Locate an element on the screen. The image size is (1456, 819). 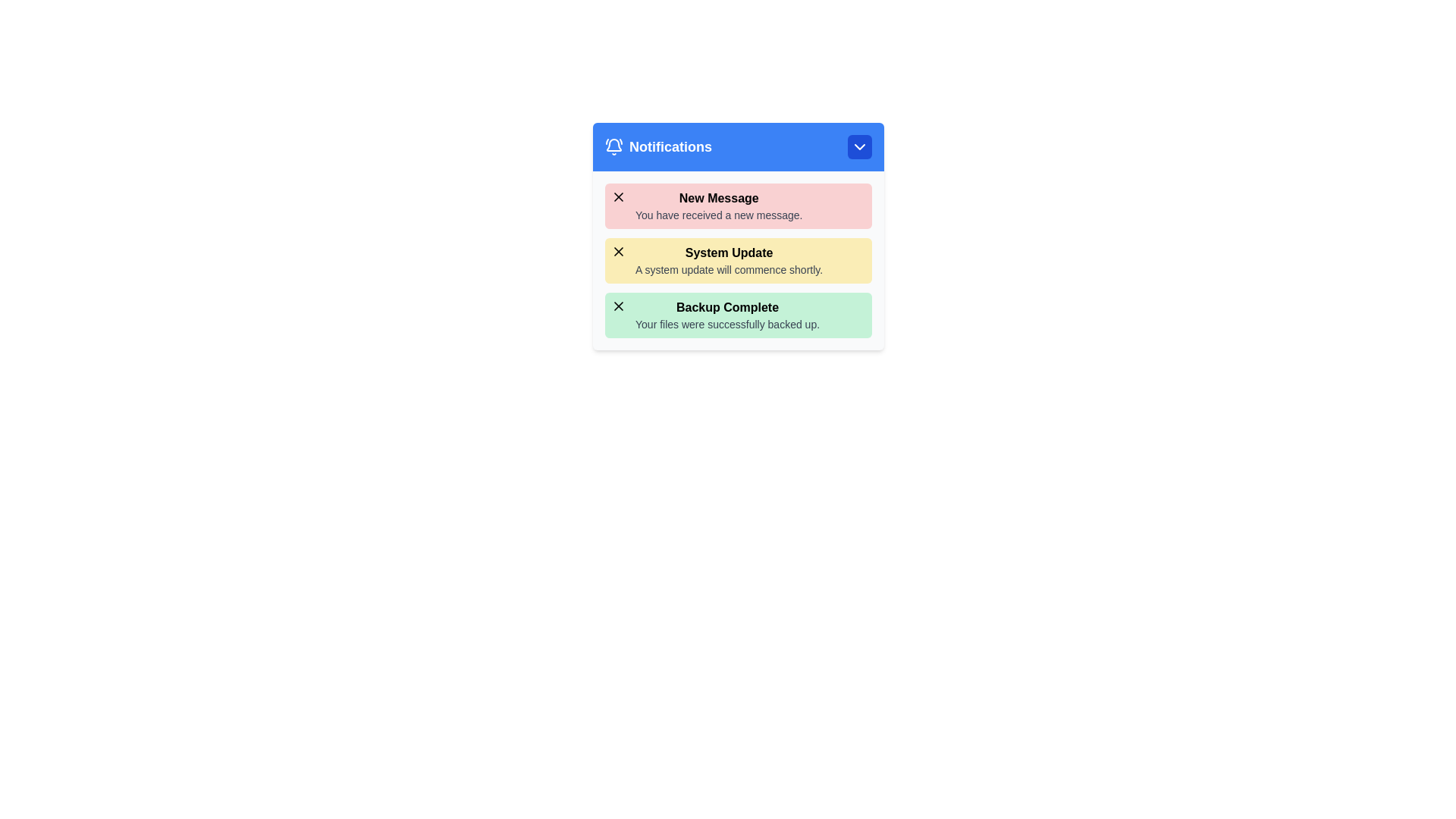
the black outlined 'X' button on the red background is located at coordinates (619, 196).